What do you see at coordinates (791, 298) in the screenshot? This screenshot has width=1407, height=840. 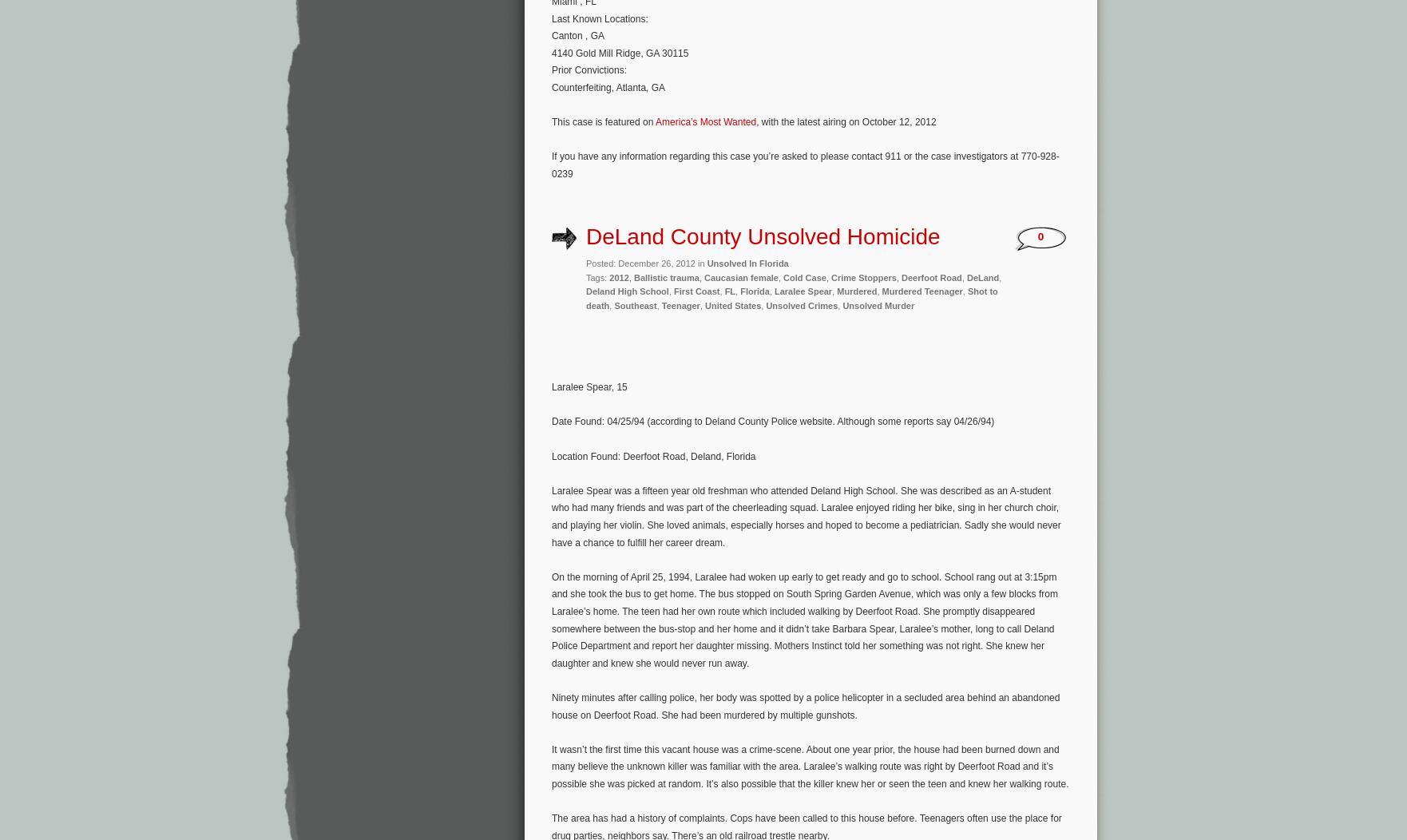 I see `'Shot to death'` at bounding box center [791, 298].